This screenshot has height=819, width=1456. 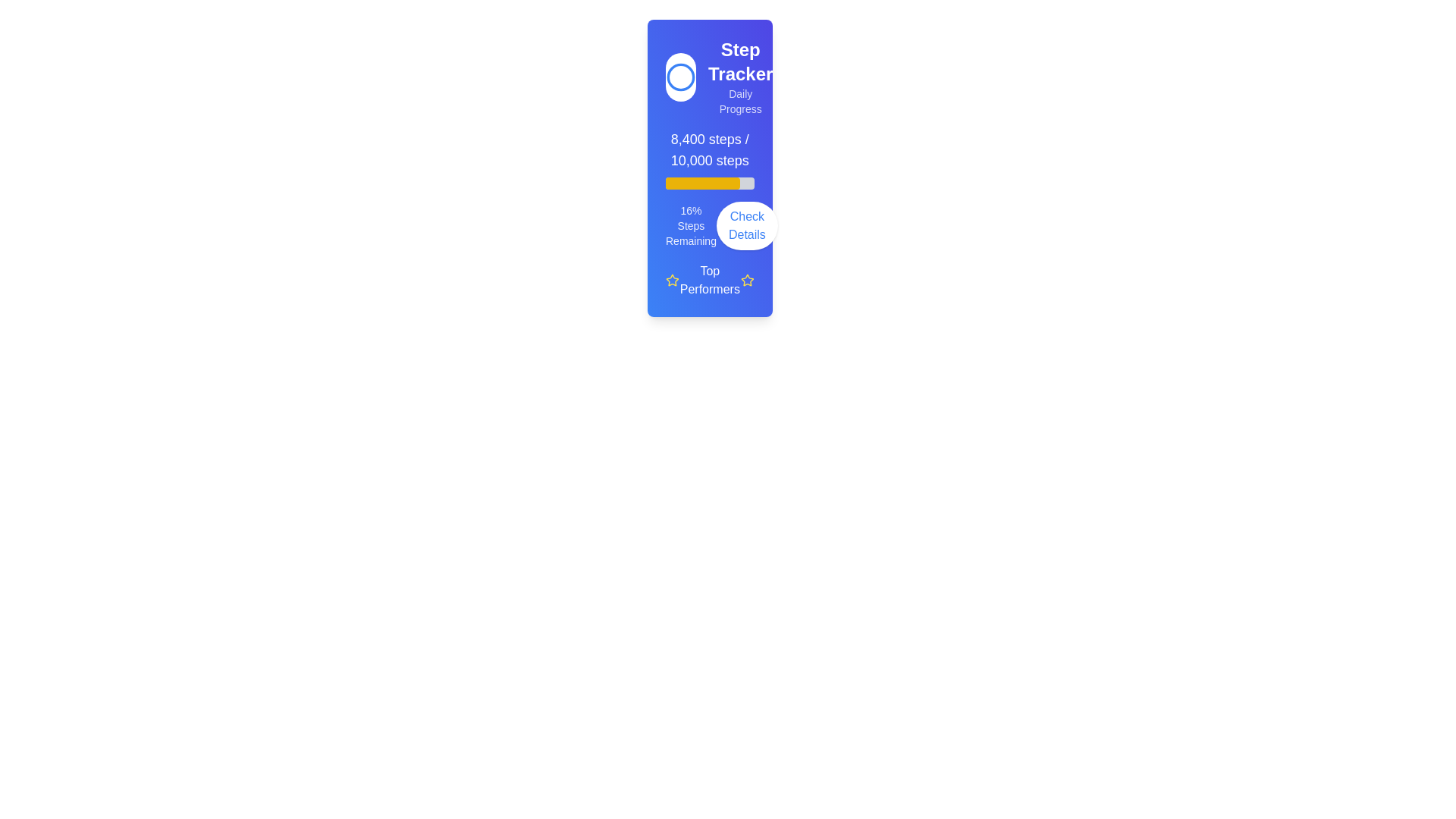 What do you see at coordinates (679, 77) in the screenshot?
I see `the leftmost circular icon in the 'Step Tracker' header component, located above the 'Step Tracker' text` at bounding box center [679, 77].